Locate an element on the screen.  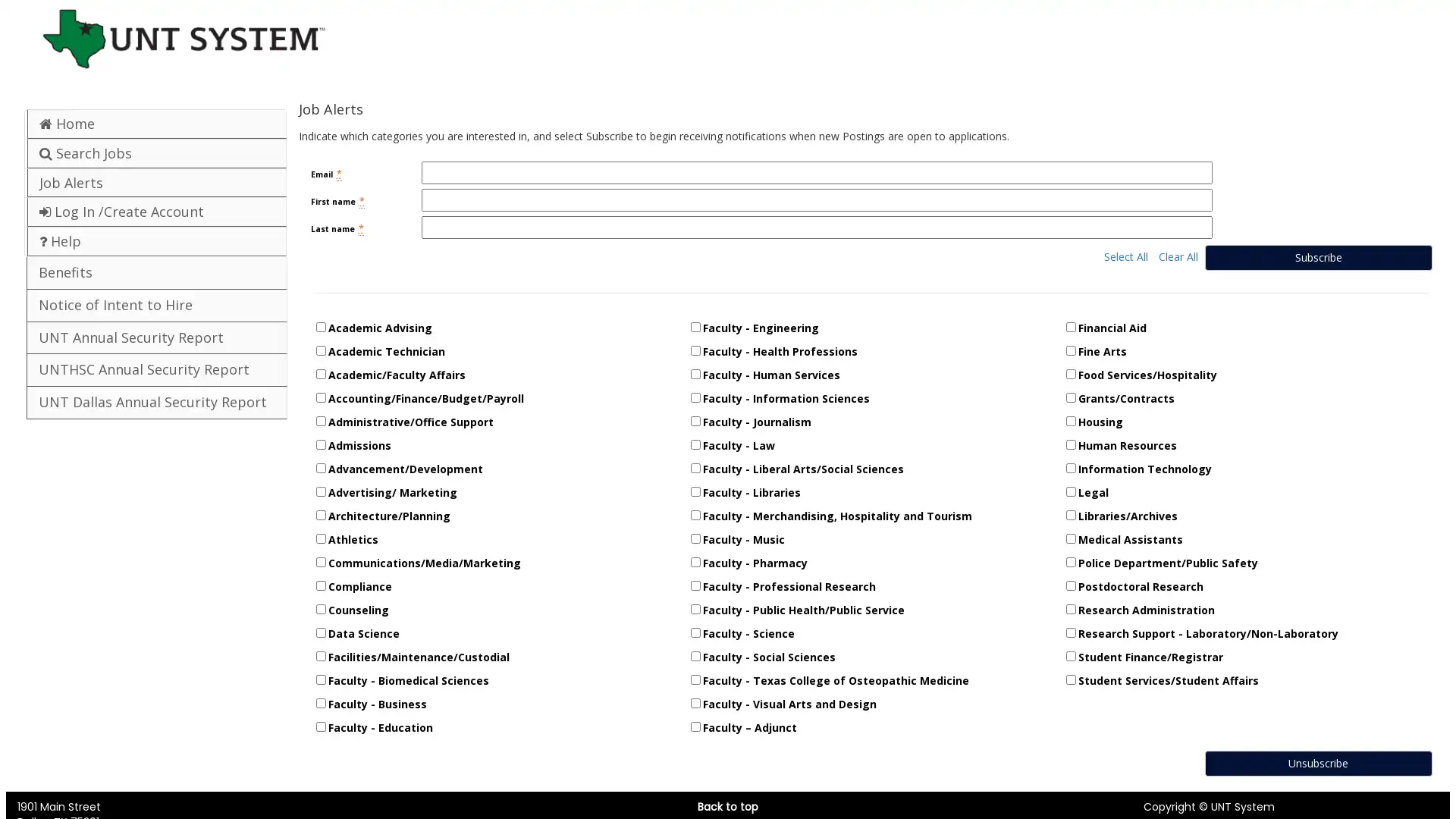
Subscribe is located at coordinates (1316, 256).